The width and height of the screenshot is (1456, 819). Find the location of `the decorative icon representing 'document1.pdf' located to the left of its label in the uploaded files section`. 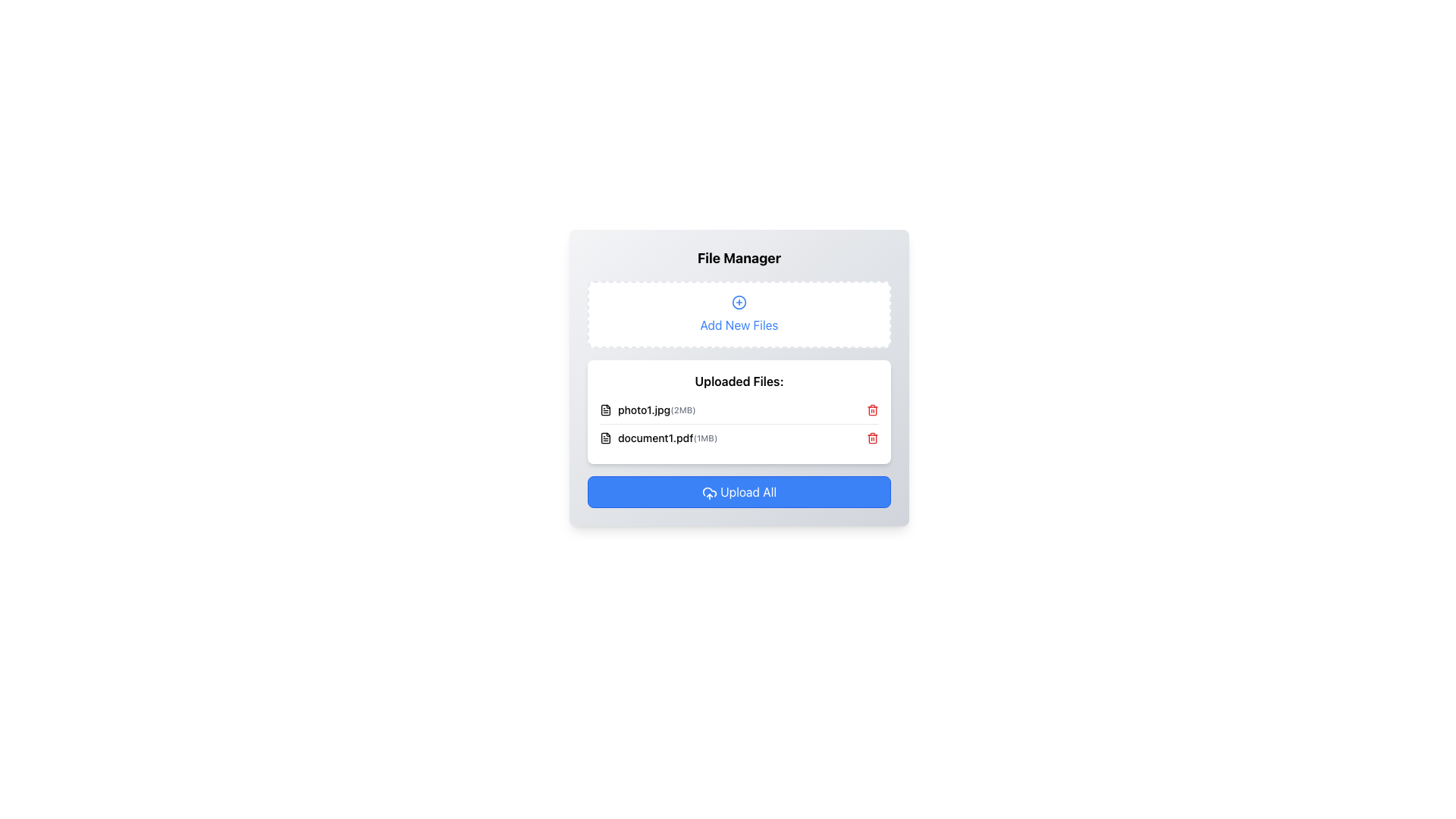

the decorative icon representing 'document1.pdf' located to the left of its label in the uploaded files section is located at coordinates (604, 438).